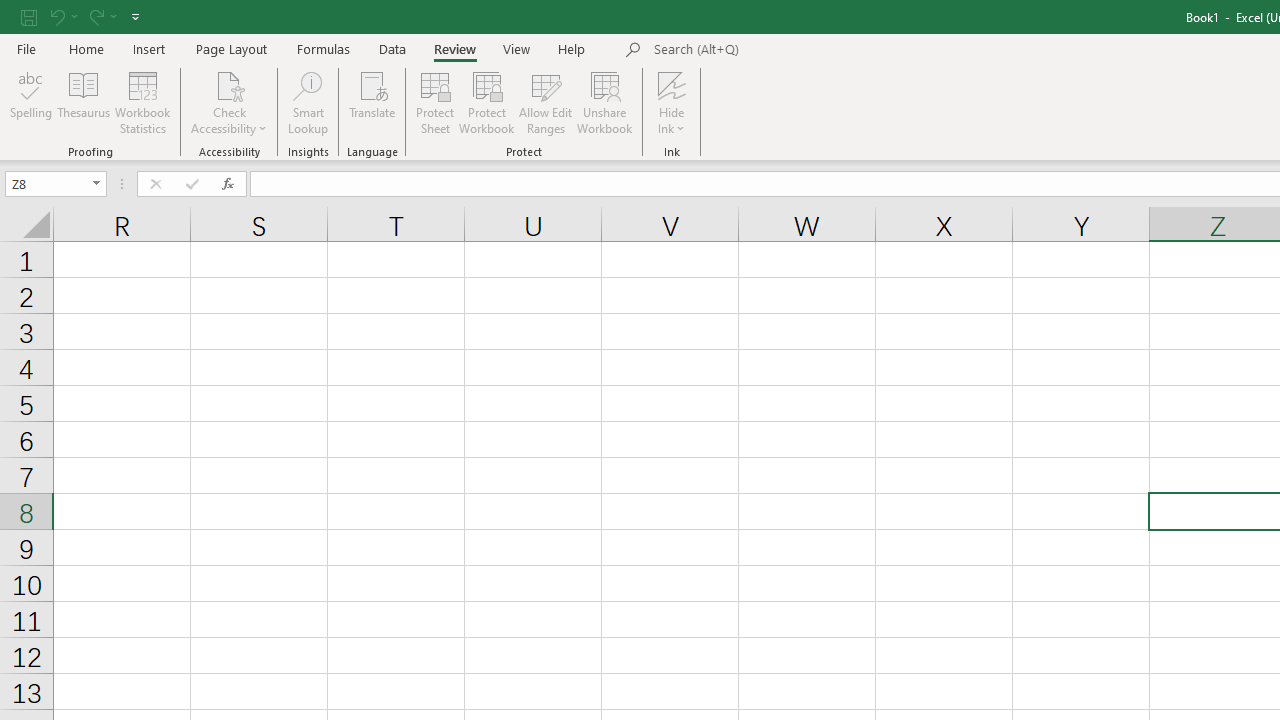 The width and height of the screenshot is (1280, 720). Describe the element at coordinates (85, 48) in the screenshot. I see `'Home'` at that location.